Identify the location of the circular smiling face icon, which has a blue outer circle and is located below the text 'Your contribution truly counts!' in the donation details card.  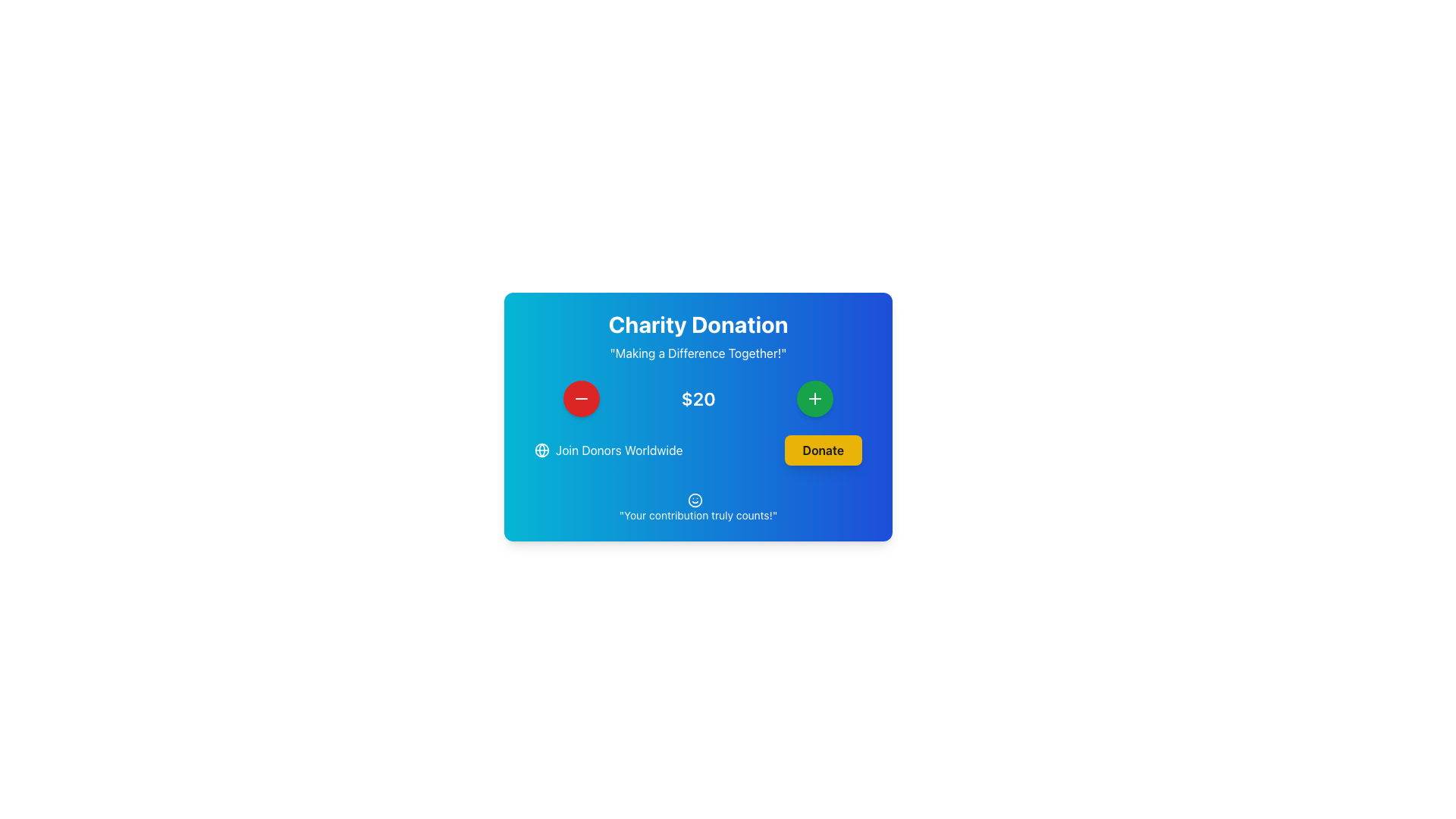
(694, 500).